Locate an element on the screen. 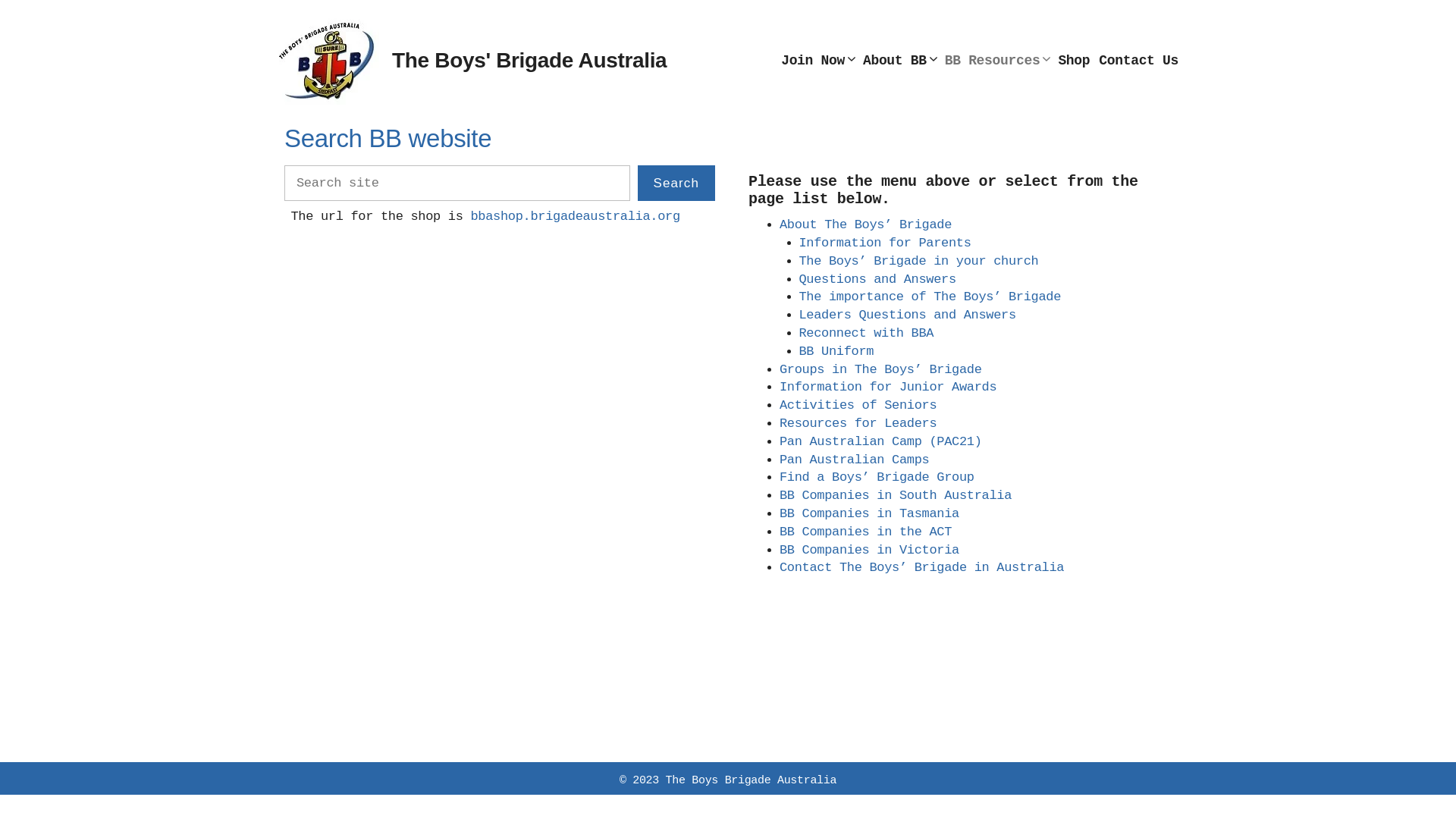  'Search' is located at coordinates (676, 183).